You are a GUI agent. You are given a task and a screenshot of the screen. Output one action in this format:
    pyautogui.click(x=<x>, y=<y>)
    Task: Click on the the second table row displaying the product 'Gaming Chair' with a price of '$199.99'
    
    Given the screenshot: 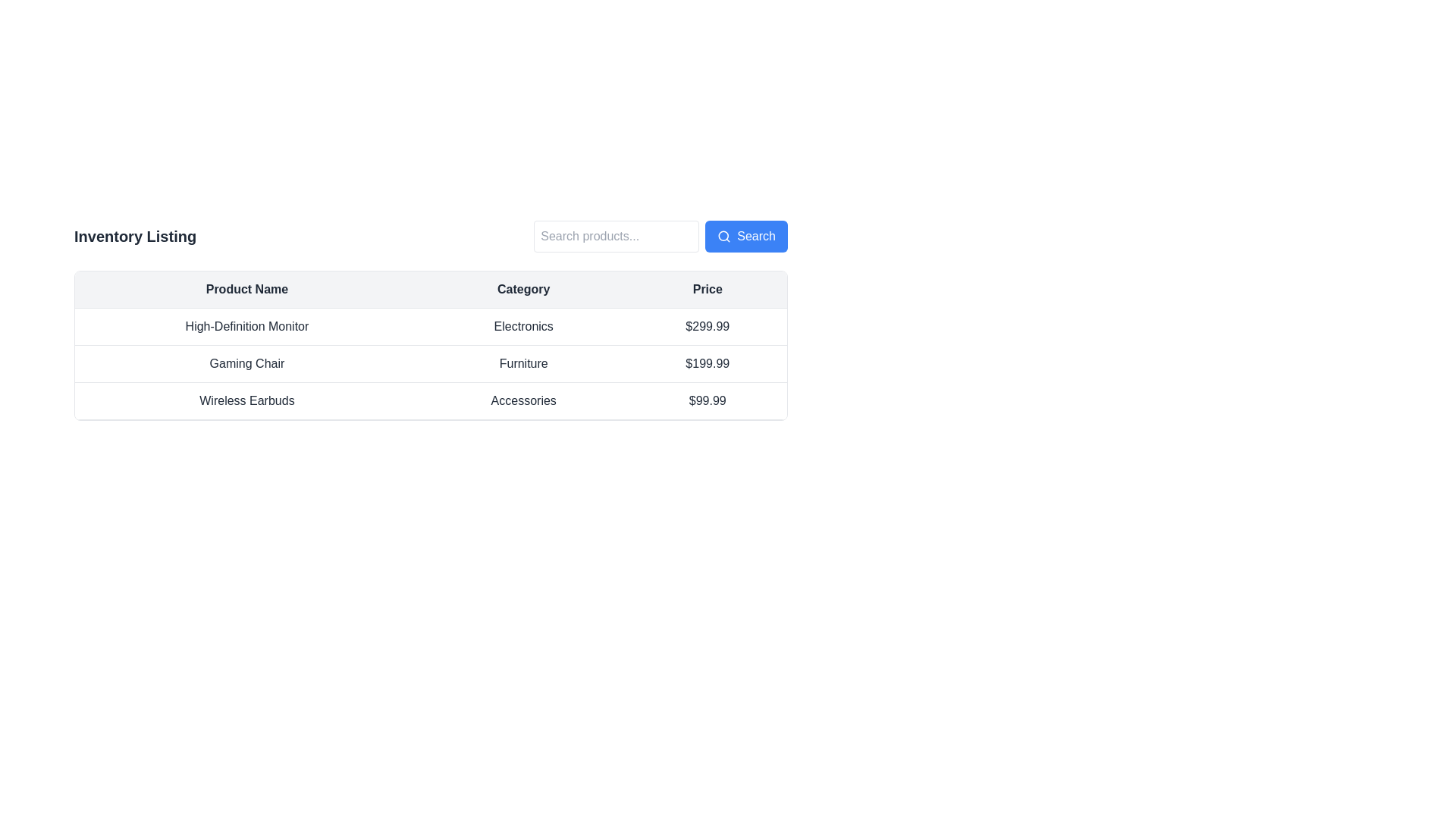 What is the action you would take?
    pyautogui.click(x=430, y=363)
    